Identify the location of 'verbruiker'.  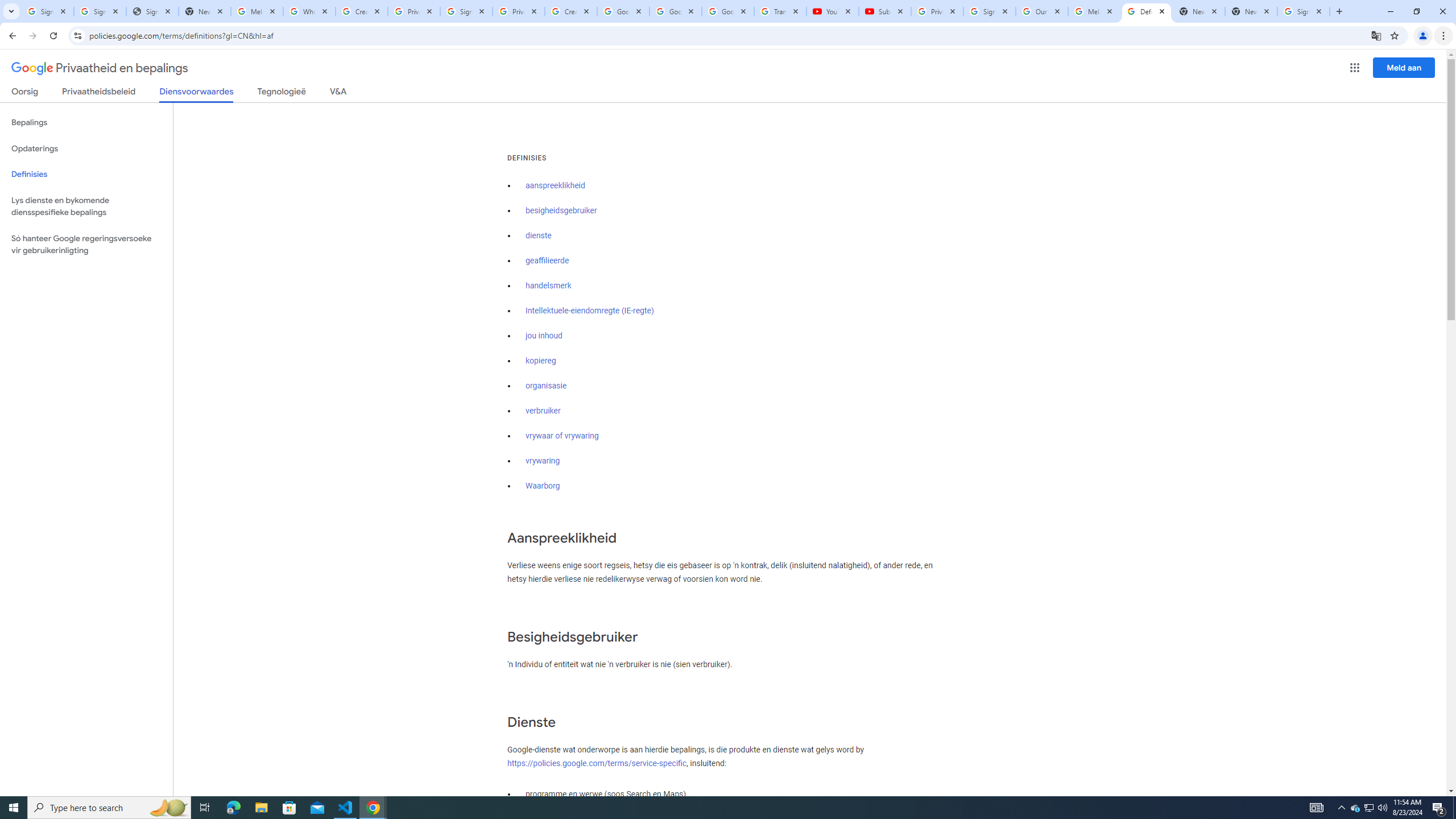
(542, 410).